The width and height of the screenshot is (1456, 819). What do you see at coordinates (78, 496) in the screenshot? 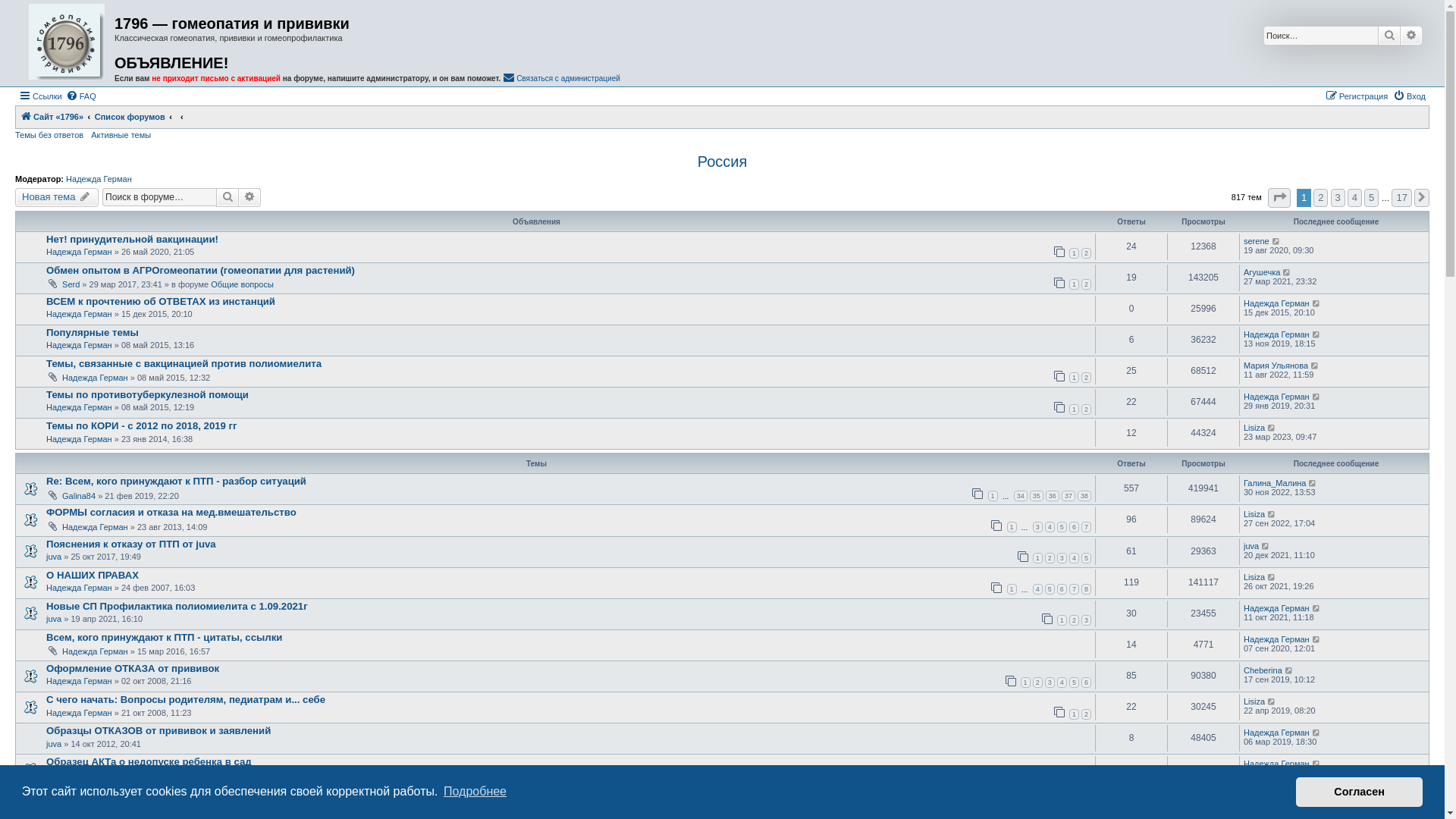
I see `'Galina84'` at bounding box center [78, 496].